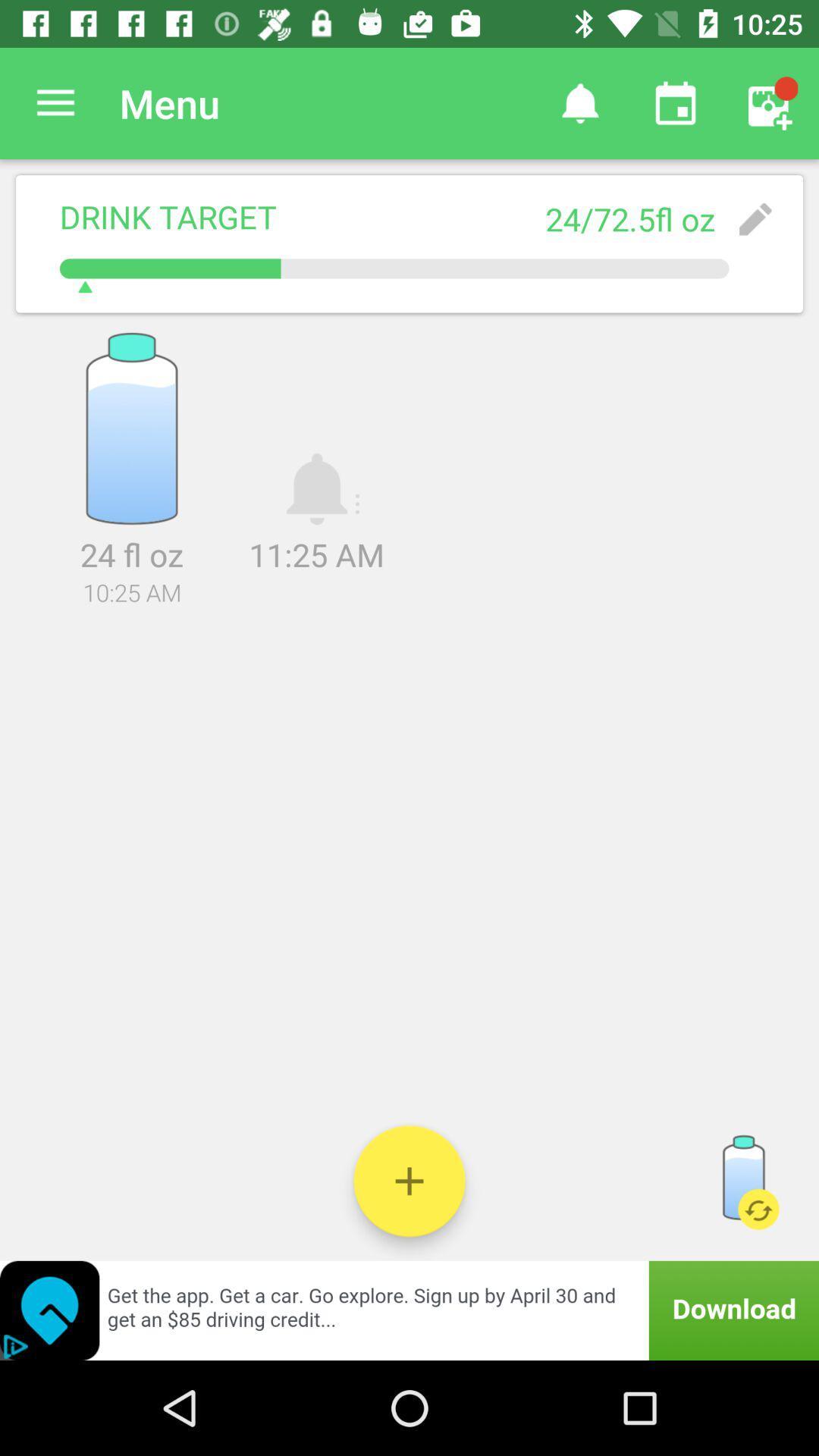 This screenshot has height=1456, width=819. What do you see at coordinates (771, 102) in the screenshot?
I see `icon above 24 72 5fl item` at bounding box center [771, 102].